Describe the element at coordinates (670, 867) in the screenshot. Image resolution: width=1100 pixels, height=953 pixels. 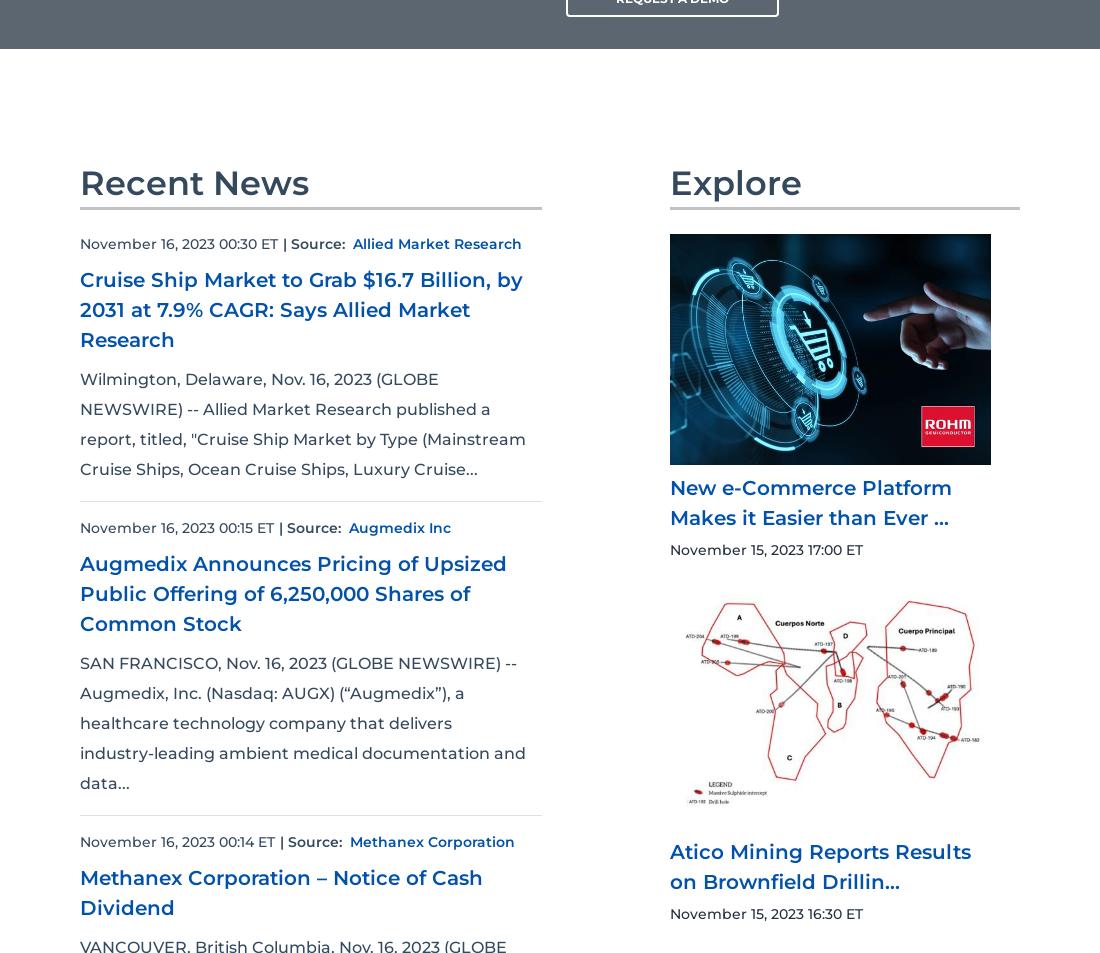
I see `'Atico Mining Reports Results on Brownfield Drillin...'` at that location.